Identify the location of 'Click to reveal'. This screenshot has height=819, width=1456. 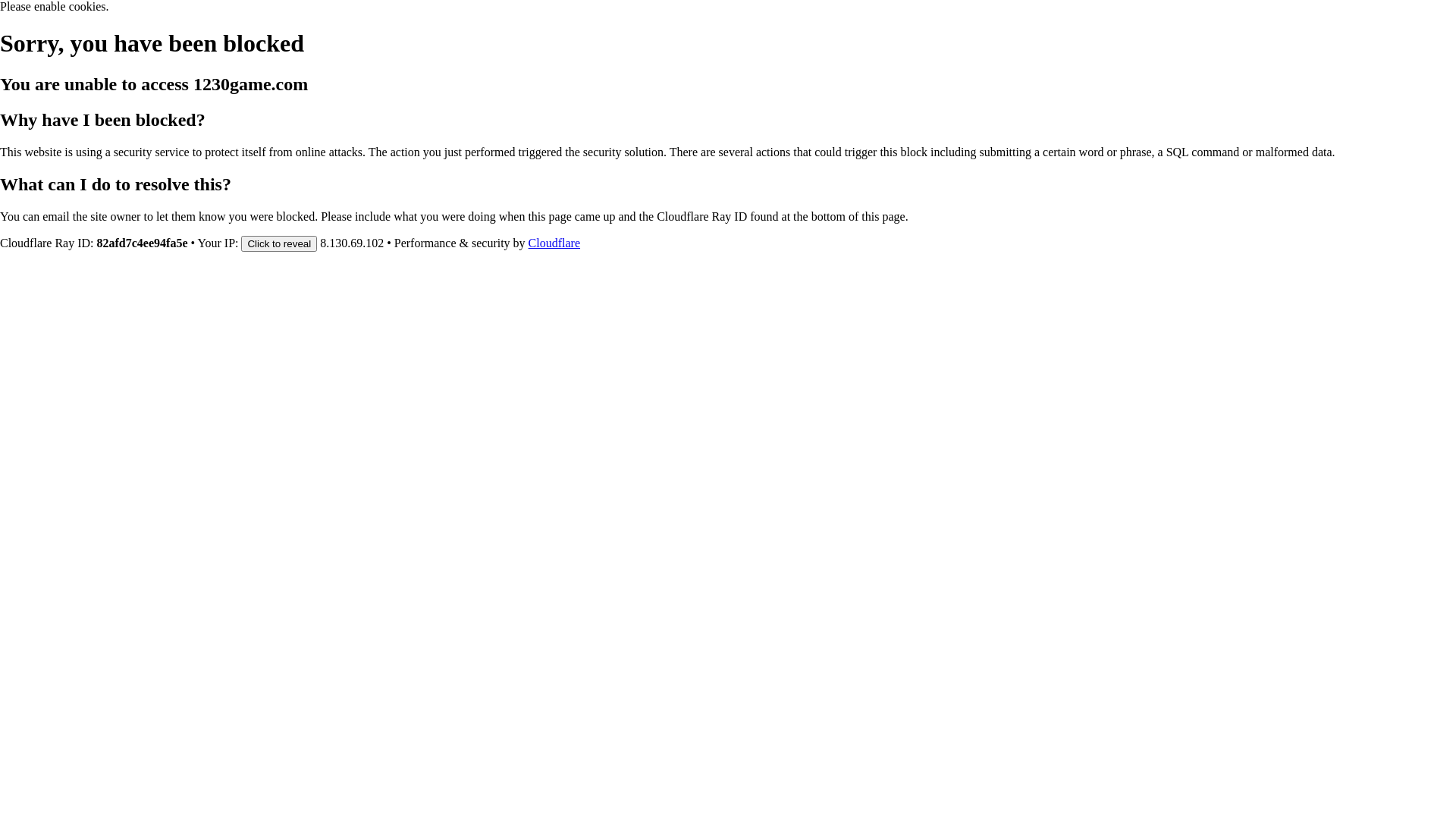
(279, 242).